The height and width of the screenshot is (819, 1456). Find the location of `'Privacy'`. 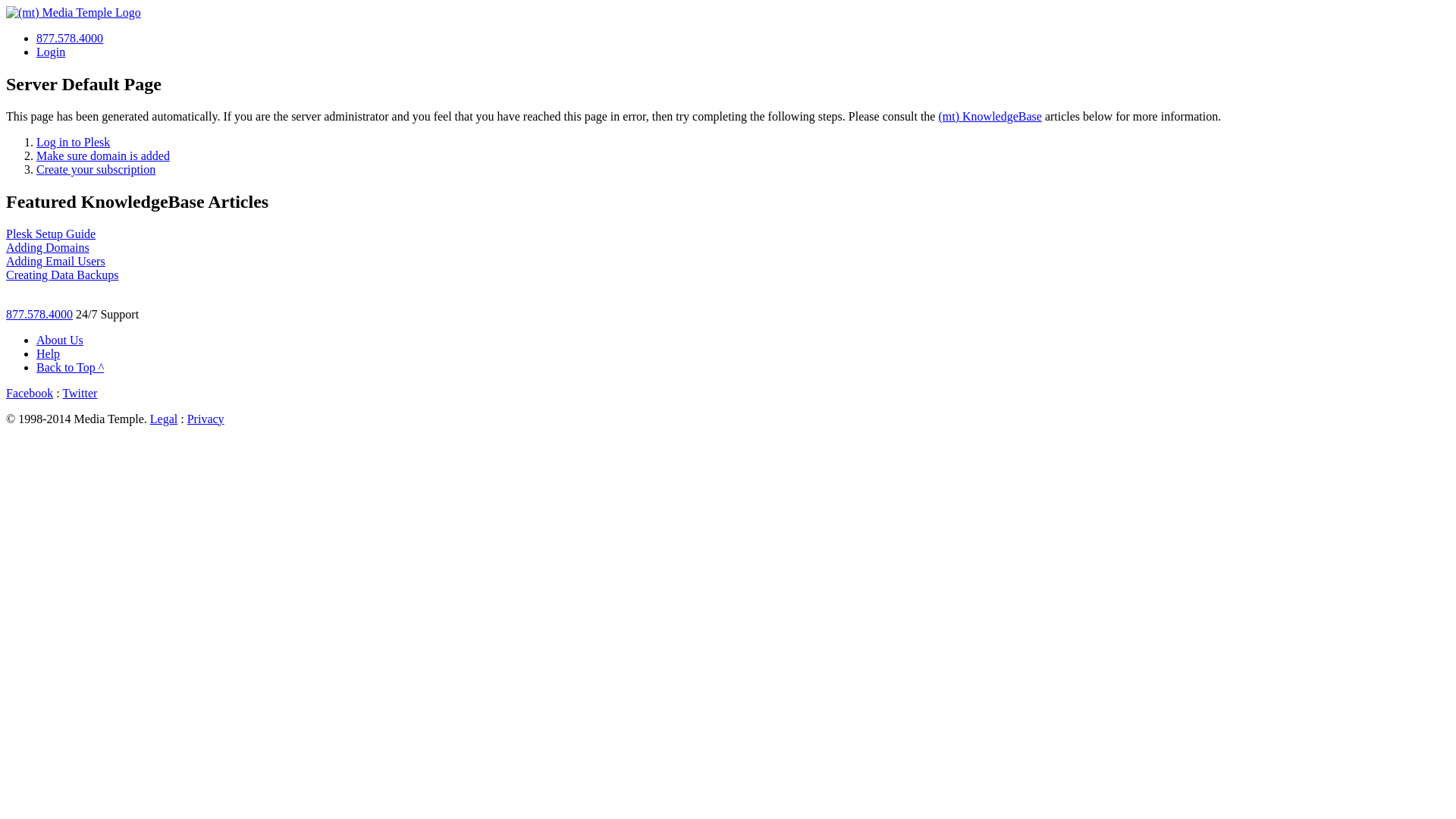

'Privacy' is located at coordinates (186, 419).